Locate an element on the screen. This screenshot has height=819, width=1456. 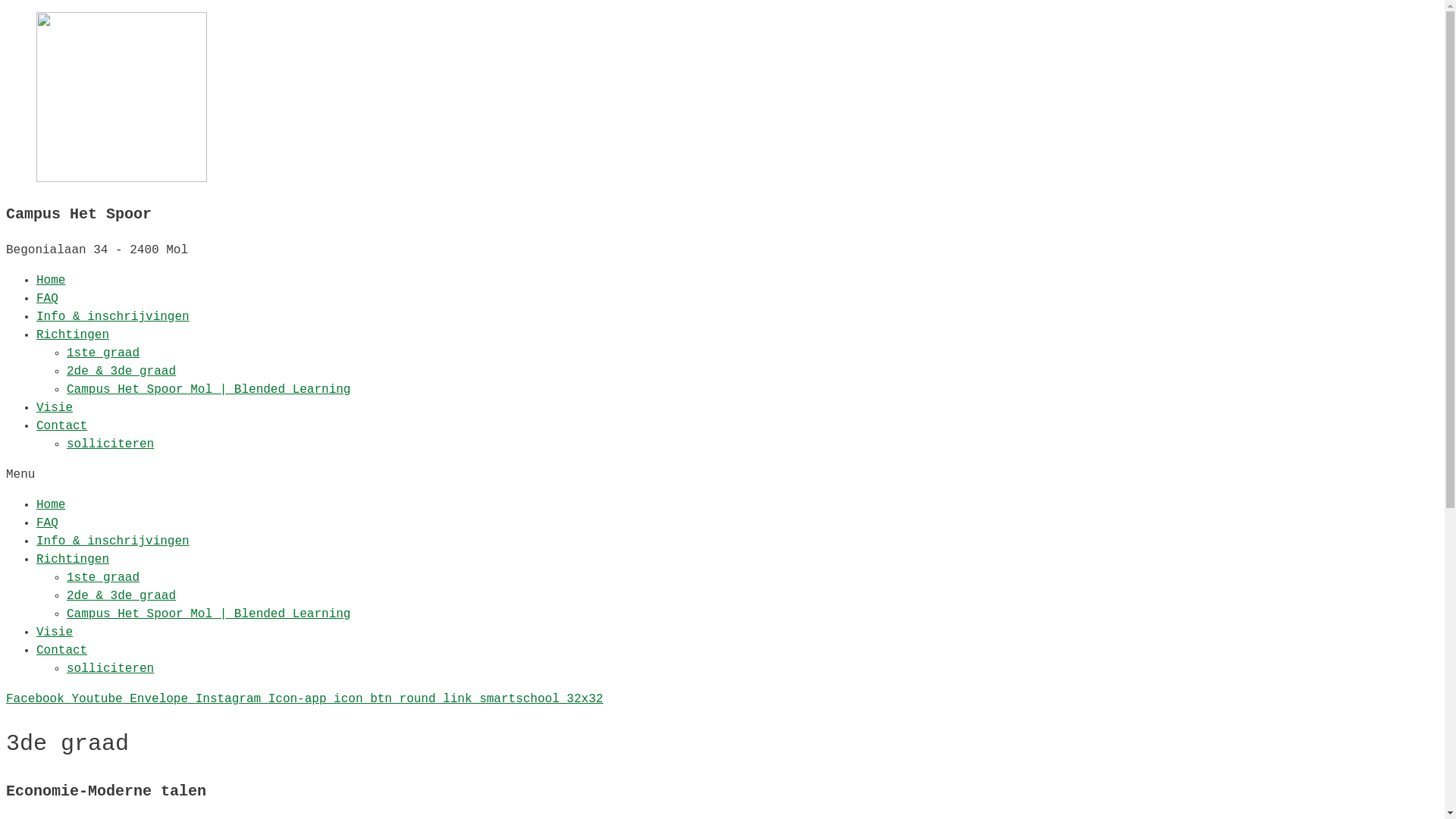
'Home' is located at coordinates (51, 505).